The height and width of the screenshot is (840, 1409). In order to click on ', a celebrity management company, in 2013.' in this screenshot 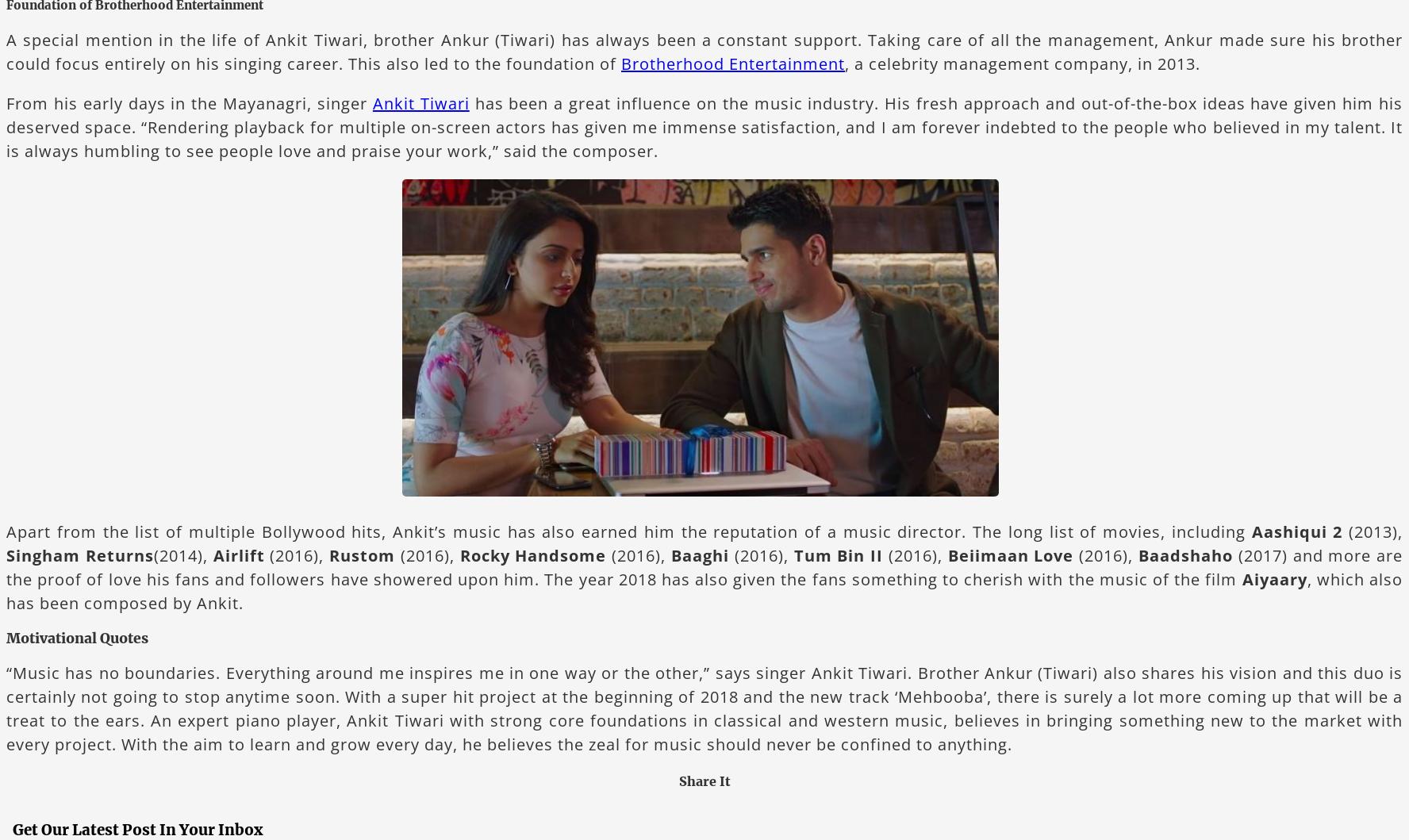, I will do `click(1023, 63)`.